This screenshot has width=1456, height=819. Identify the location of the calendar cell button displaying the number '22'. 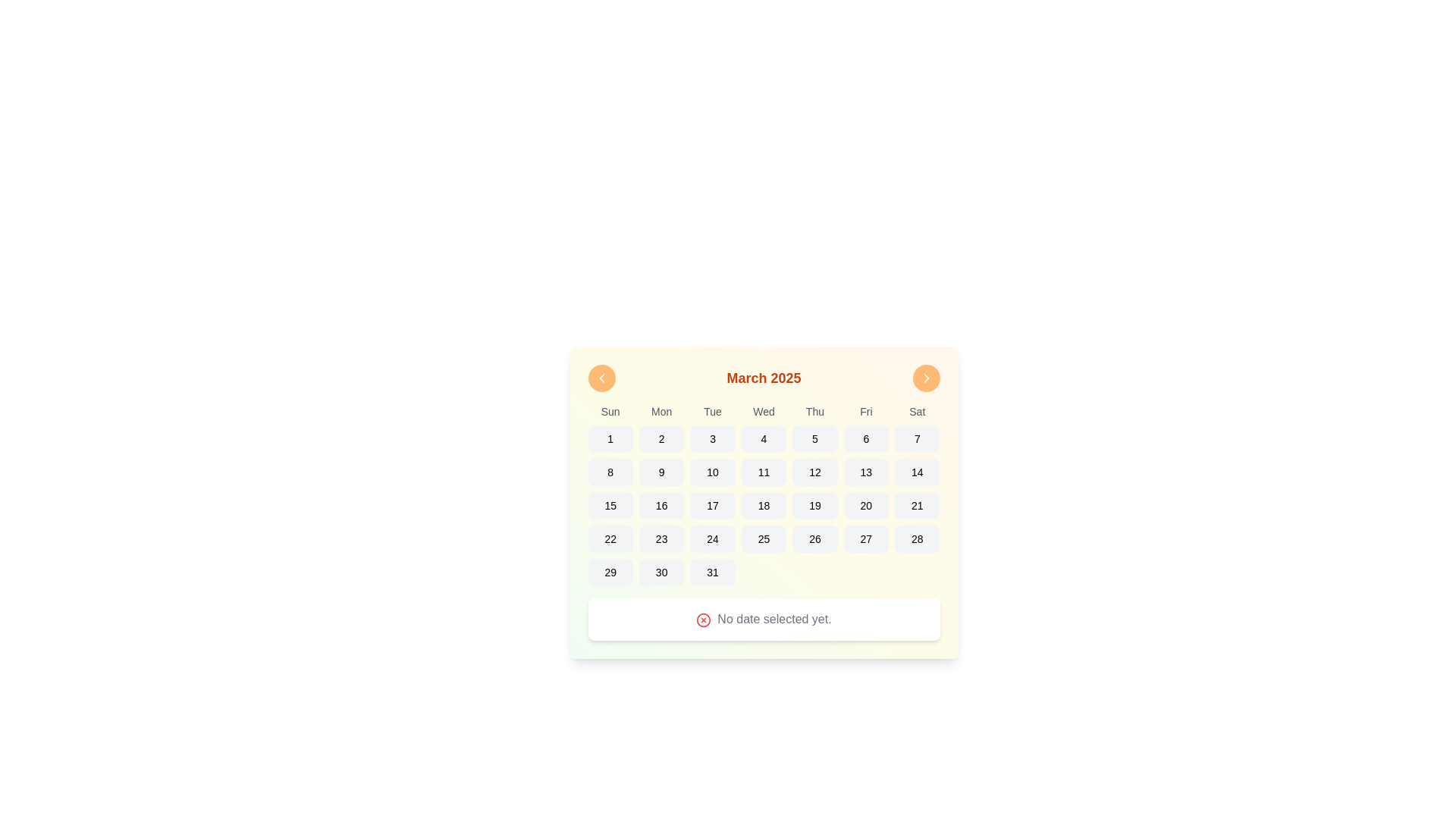
(610, 538).